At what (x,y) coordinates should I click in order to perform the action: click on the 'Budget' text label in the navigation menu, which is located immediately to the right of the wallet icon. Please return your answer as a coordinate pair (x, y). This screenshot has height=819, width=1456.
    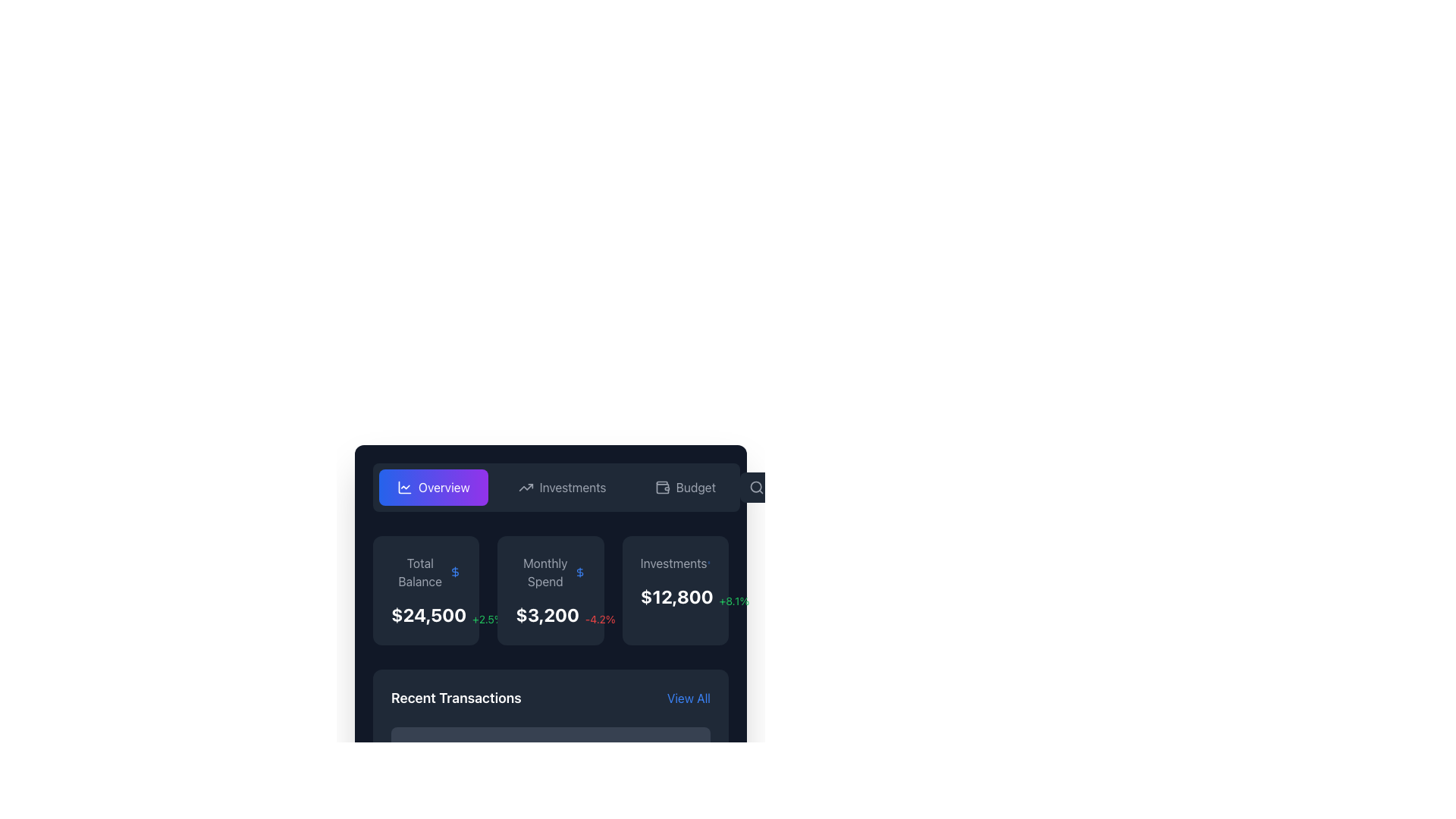
    Looking at the image, I should click on (695, 488).